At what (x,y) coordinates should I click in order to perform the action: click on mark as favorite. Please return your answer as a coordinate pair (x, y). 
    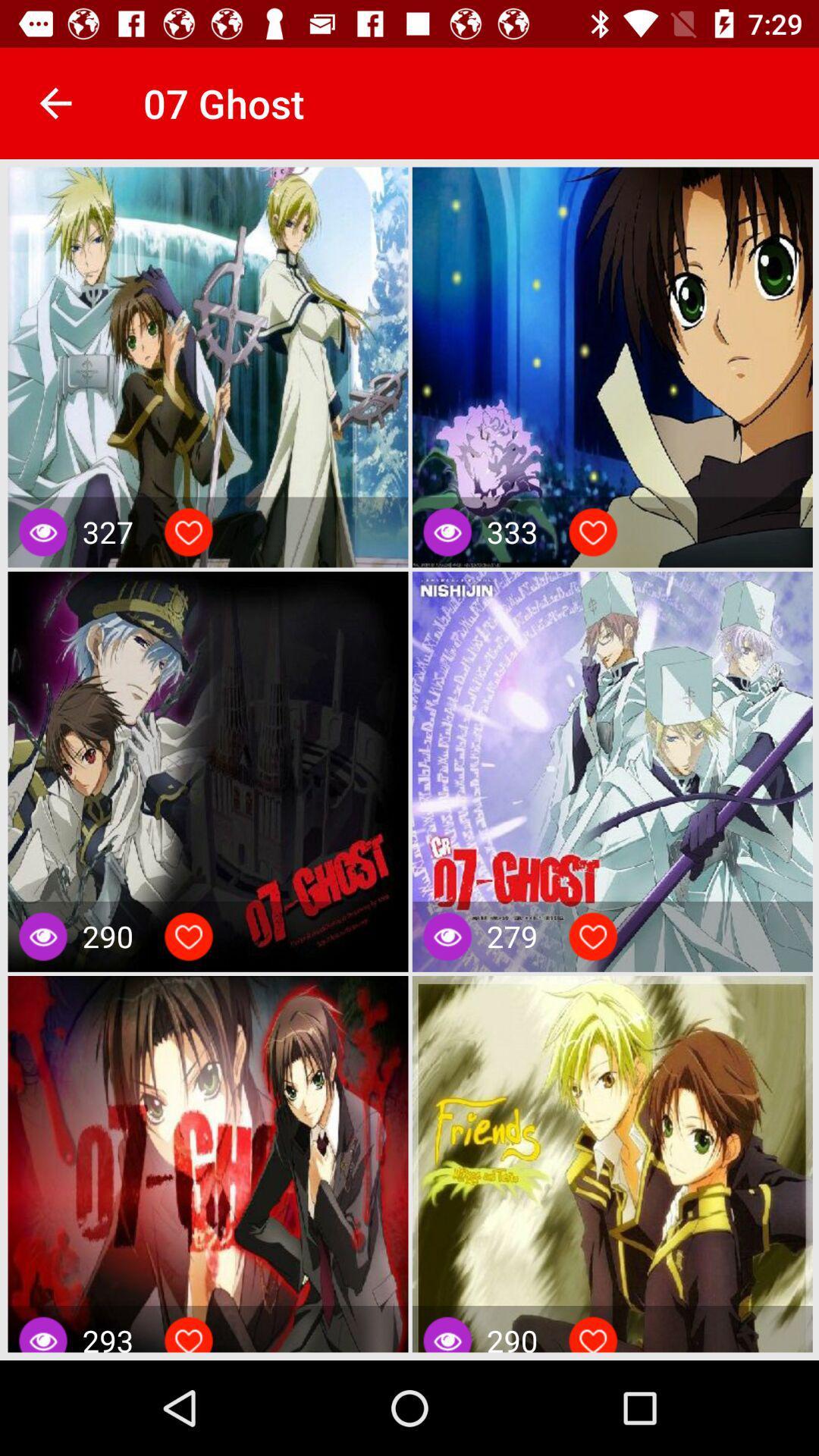
    Looking at the image, I should click on (592, 1338).